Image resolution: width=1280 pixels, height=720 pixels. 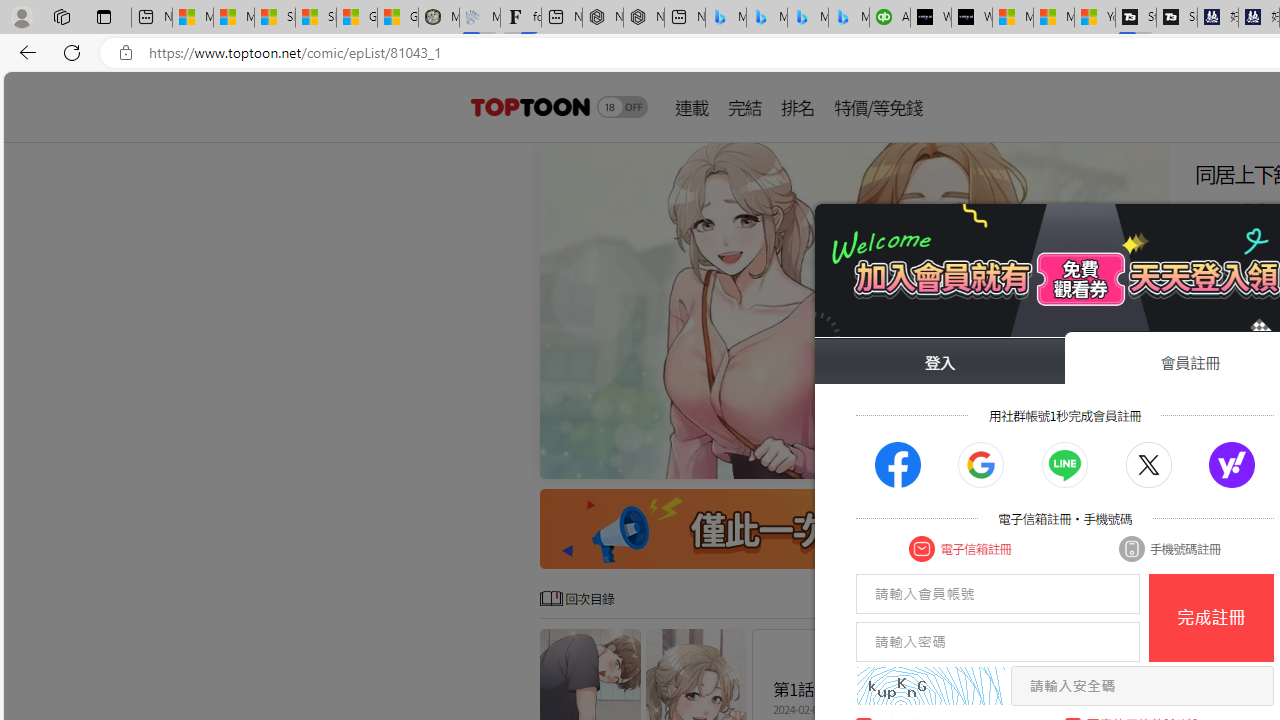 What do you see at coordinates (621, 106) in the screenshot?
I see `'Class:  switch_18mode actionAdultBtn'` at bounding box center [621, 106].